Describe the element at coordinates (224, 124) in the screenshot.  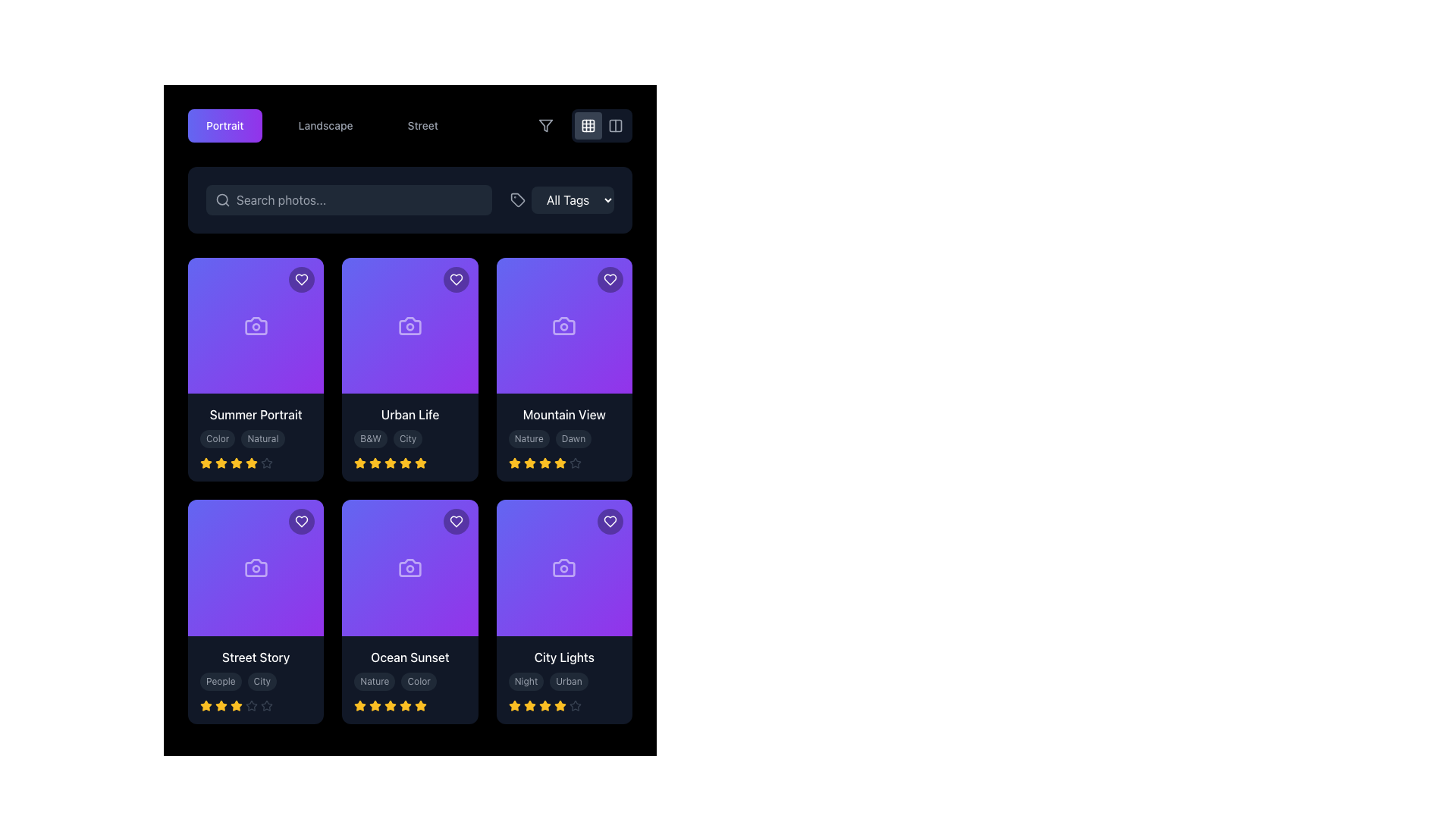
I see `the 'Portrait' button located at the top-left section of the interface to filter or categorize content related to 'Portrait'` at that location.